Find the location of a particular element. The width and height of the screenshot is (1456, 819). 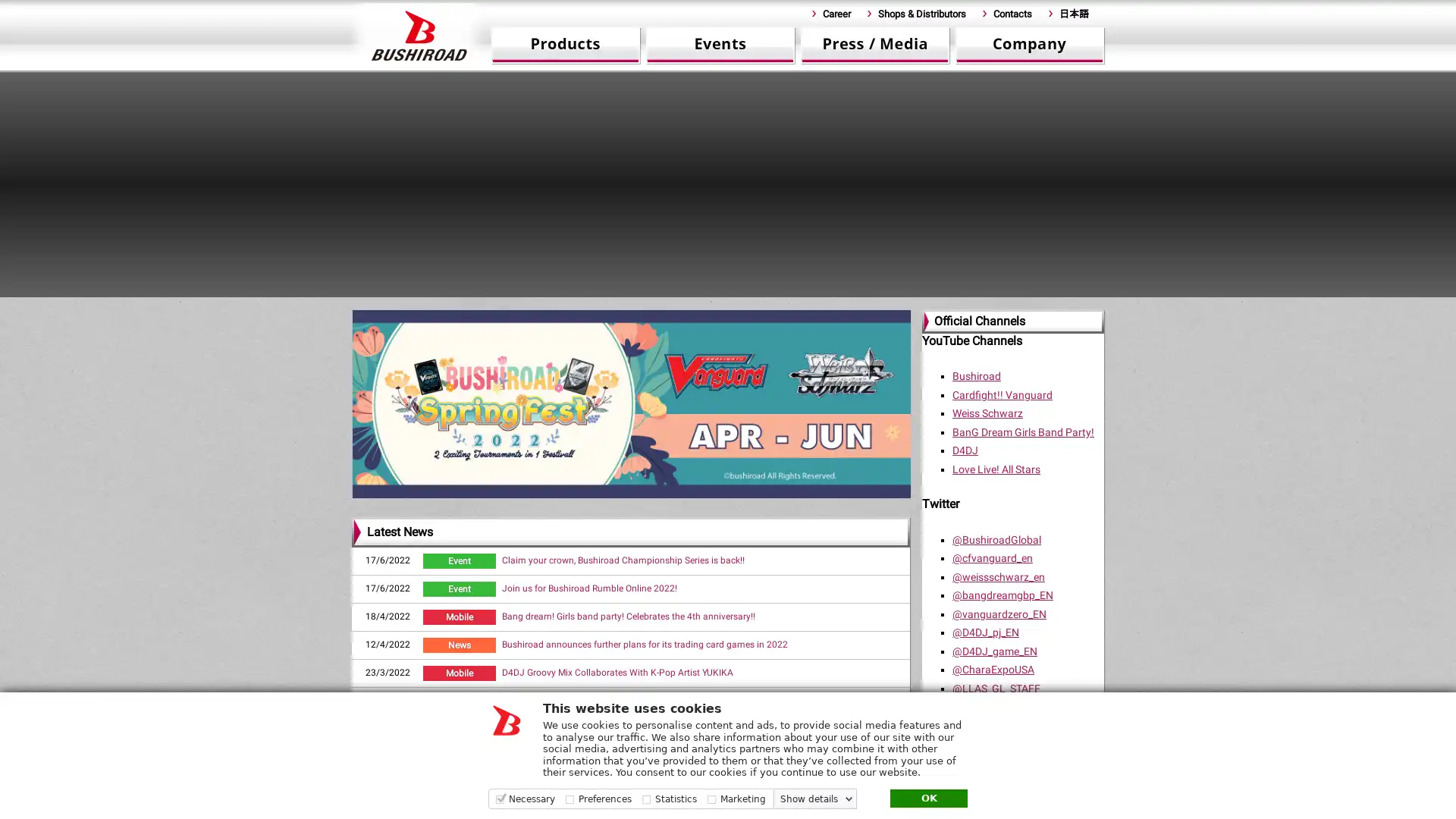

13 is located at coordinates (829, 291).